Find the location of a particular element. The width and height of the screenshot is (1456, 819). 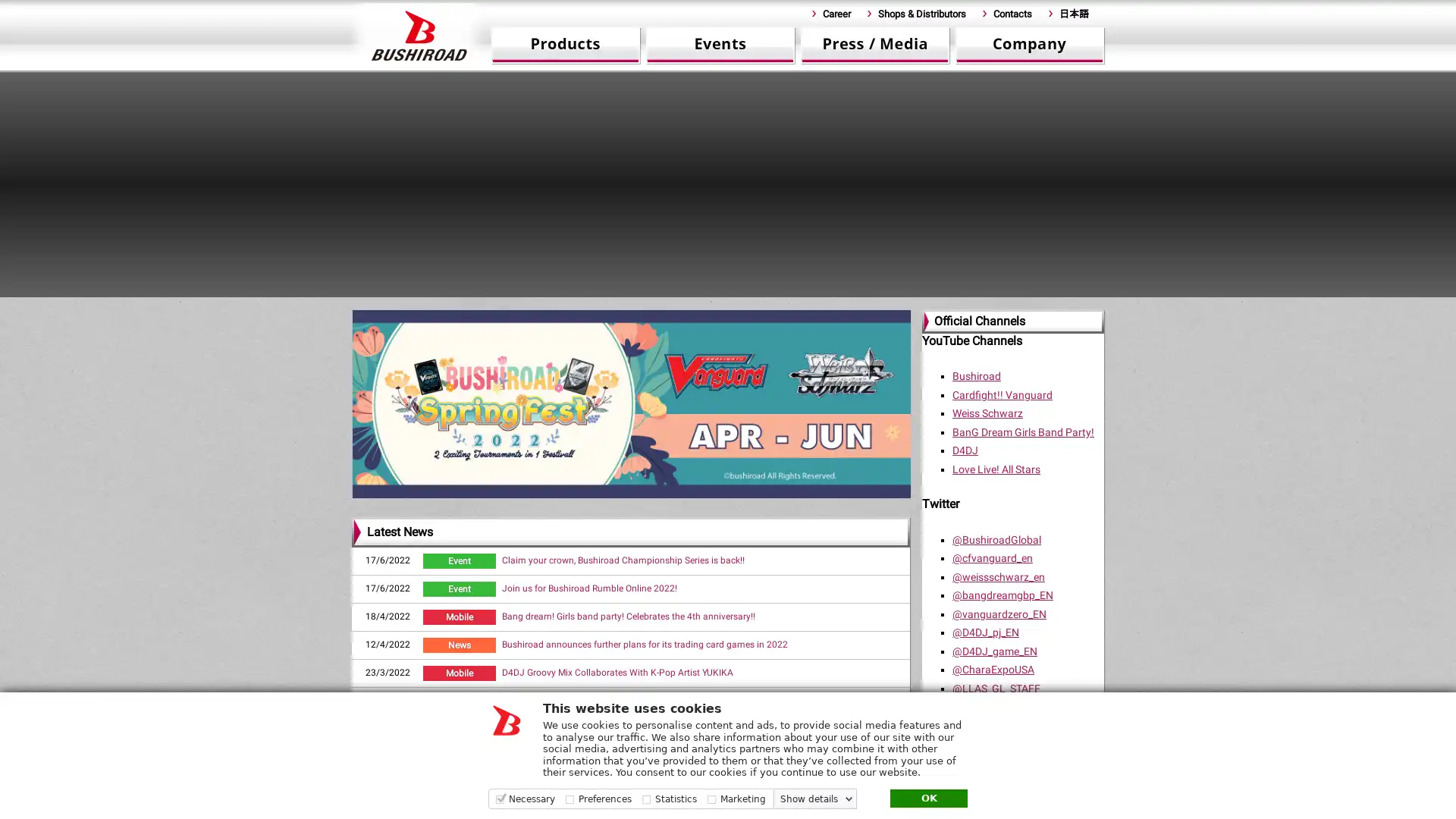

13 is located at coordinates (829, 291).